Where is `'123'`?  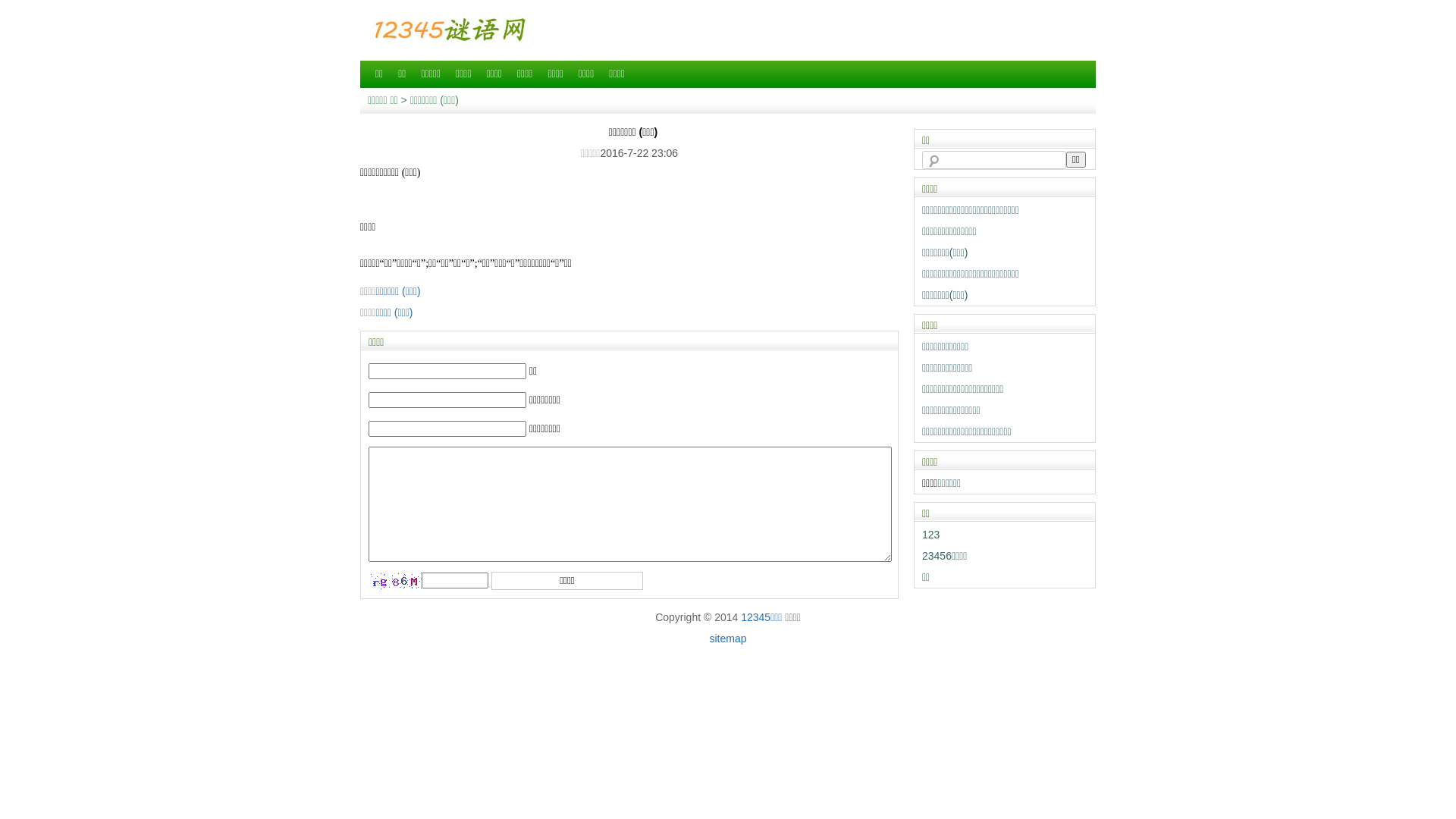 '123' is located at coordinates (930, 534).